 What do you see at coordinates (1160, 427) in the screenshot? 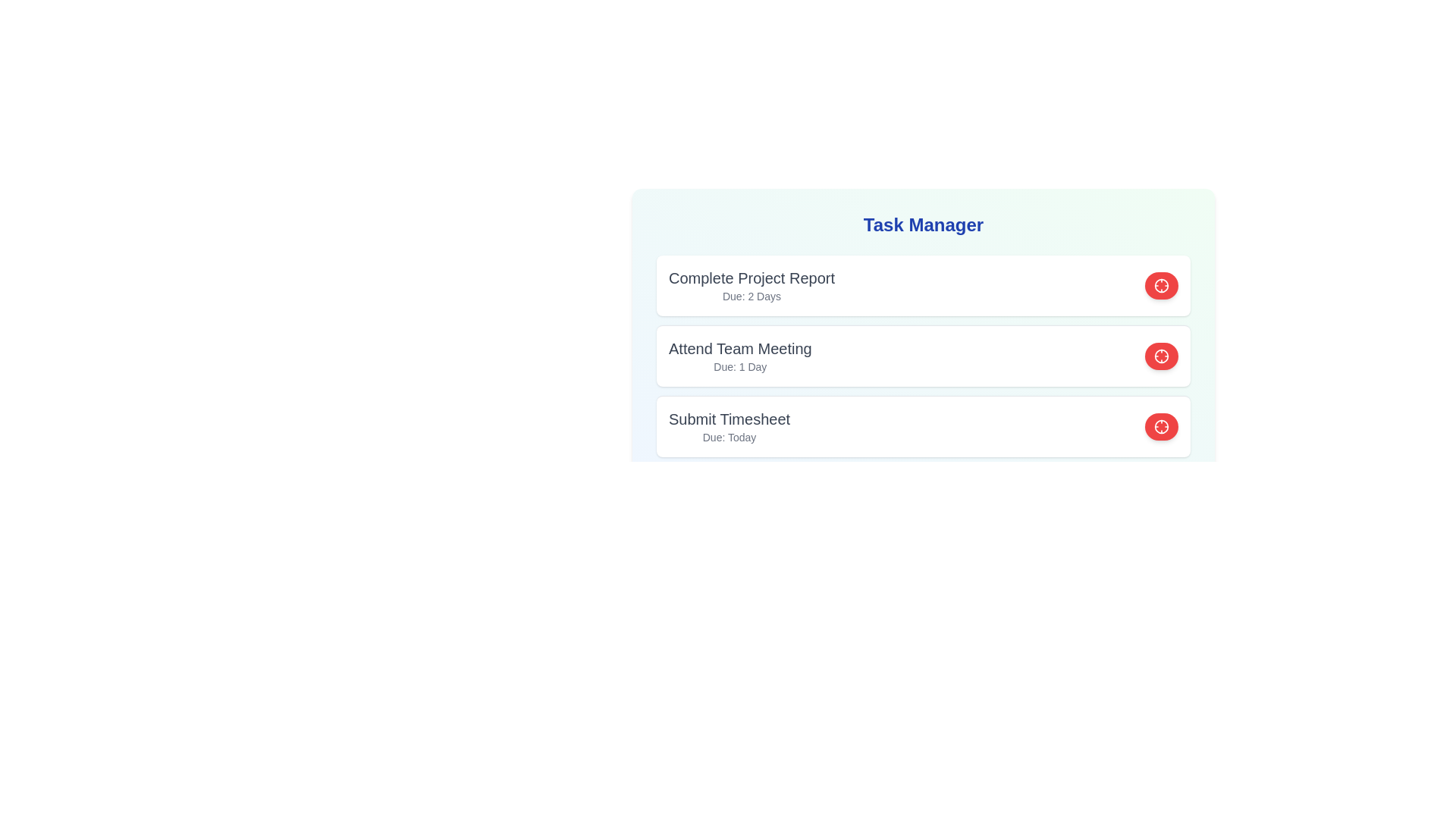
I see `the red crosshair icon located within the rounded red button on the far-right side of the third item` at bounding box center [1160, 427].